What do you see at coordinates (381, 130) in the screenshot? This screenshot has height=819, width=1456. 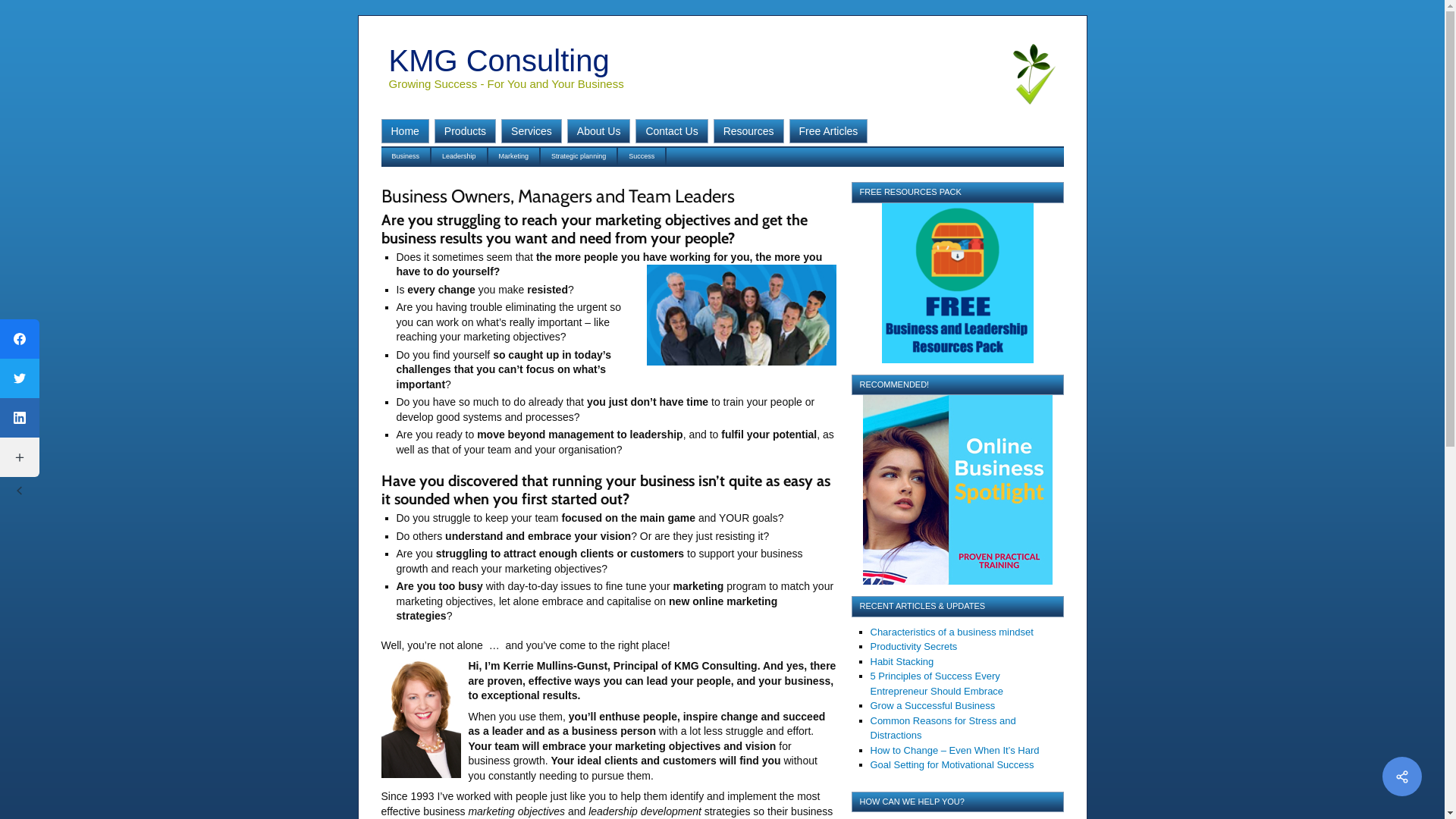 I see `'Home'` at bounding box center [381, 130].